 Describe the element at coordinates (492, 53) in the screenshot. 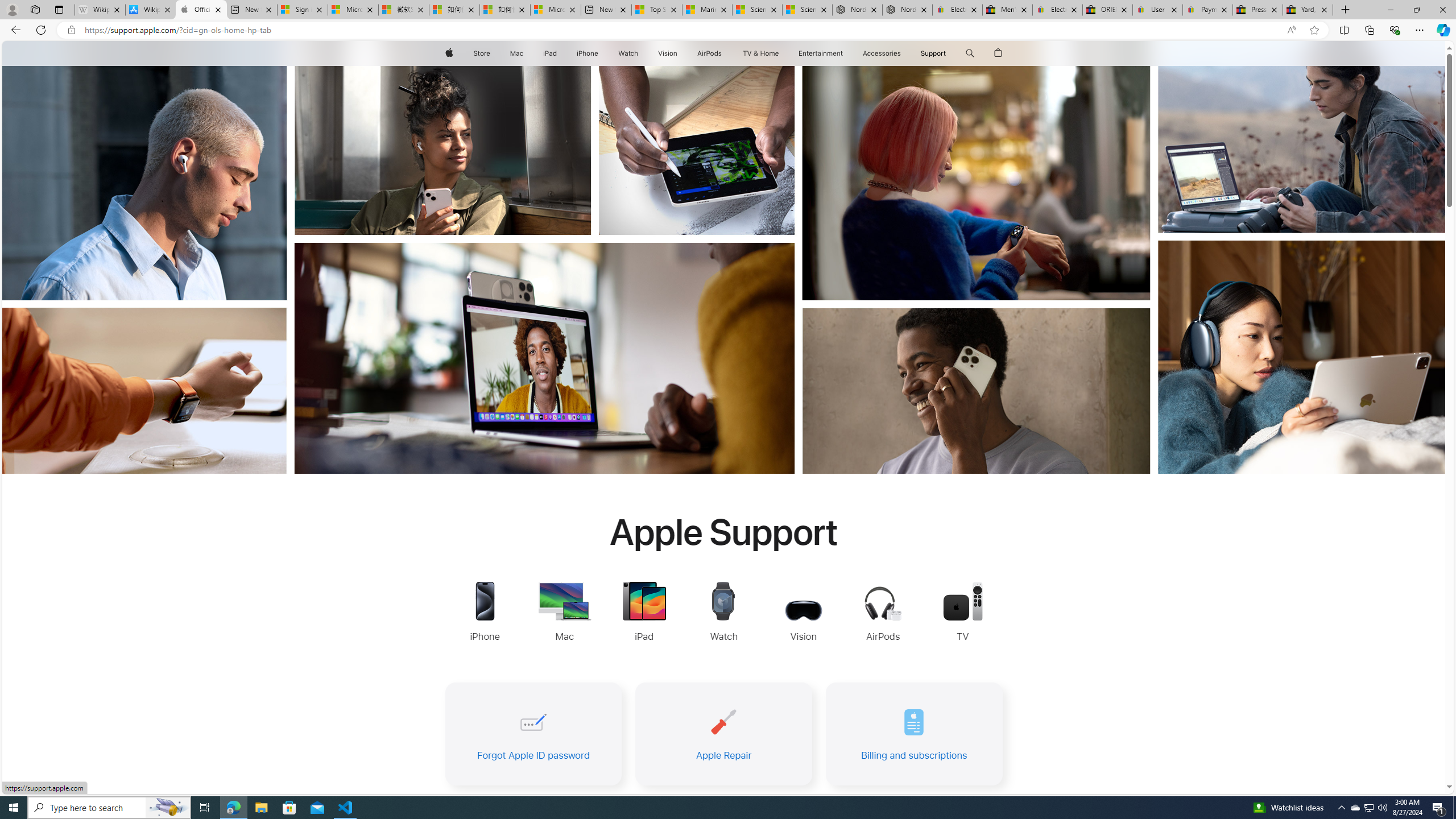

I see `'Store menu'` at that location.